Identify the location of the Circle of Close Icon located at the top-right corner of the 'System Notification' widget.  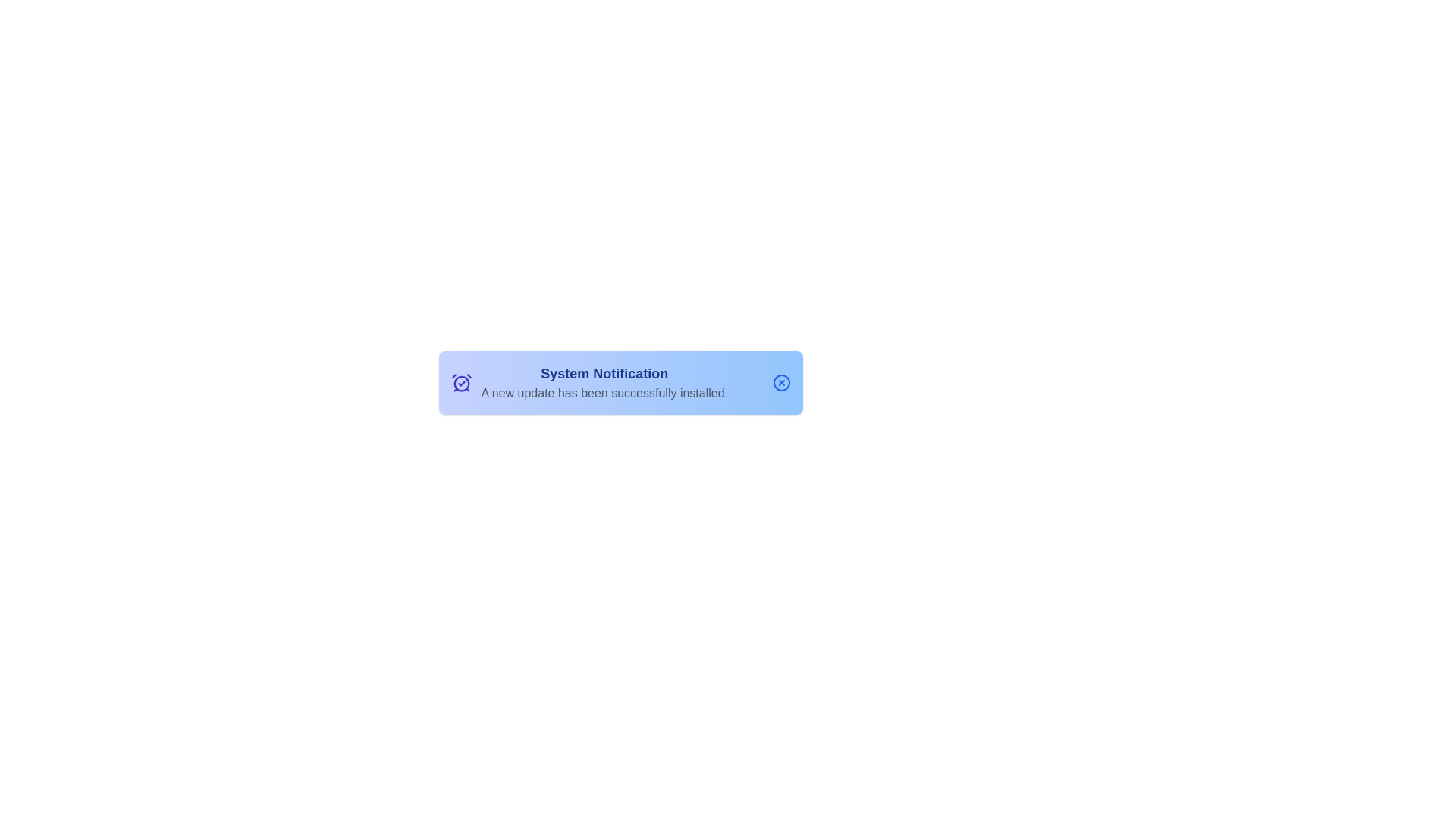
(781, 382).